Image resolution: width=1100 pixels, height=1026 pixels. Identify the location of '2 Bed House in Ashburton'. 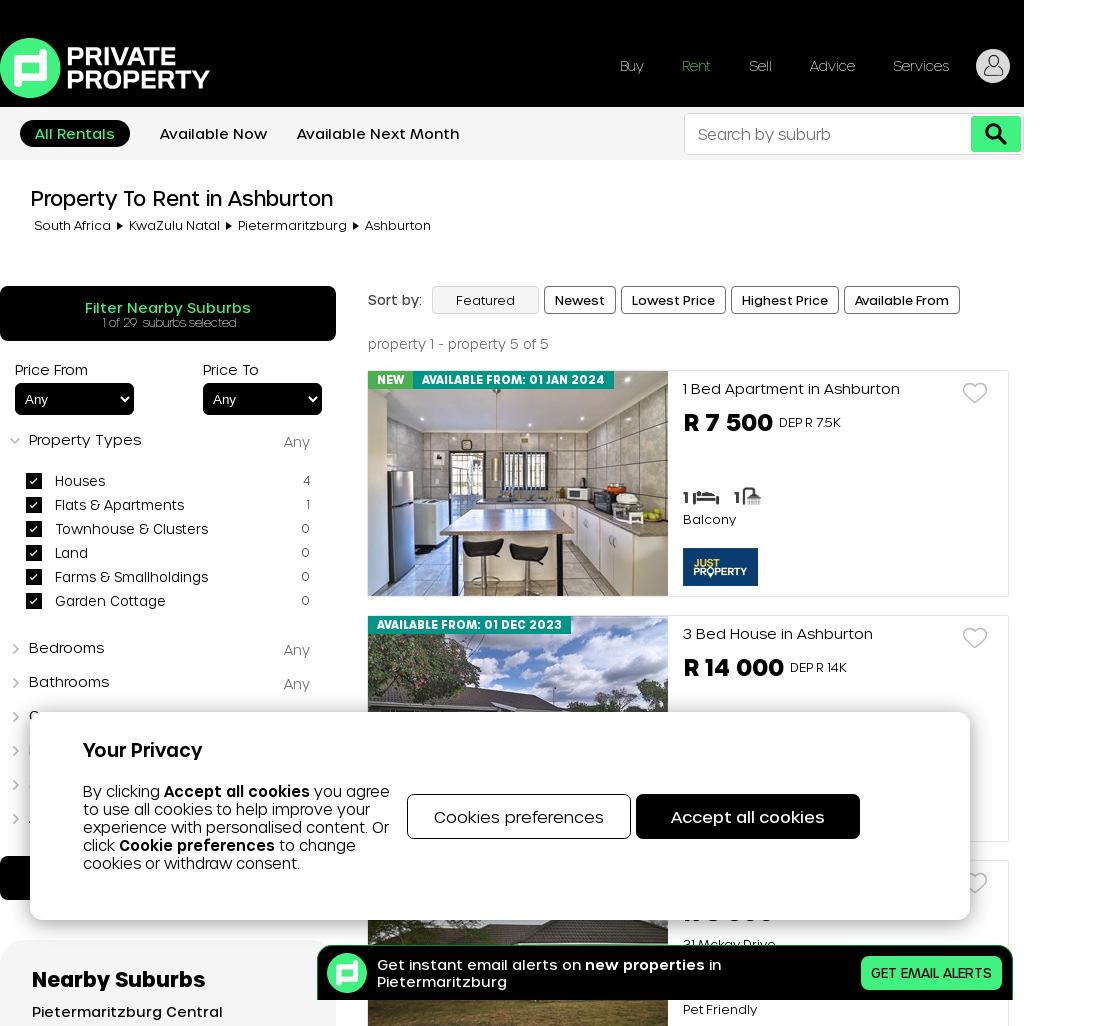
(778, 877).